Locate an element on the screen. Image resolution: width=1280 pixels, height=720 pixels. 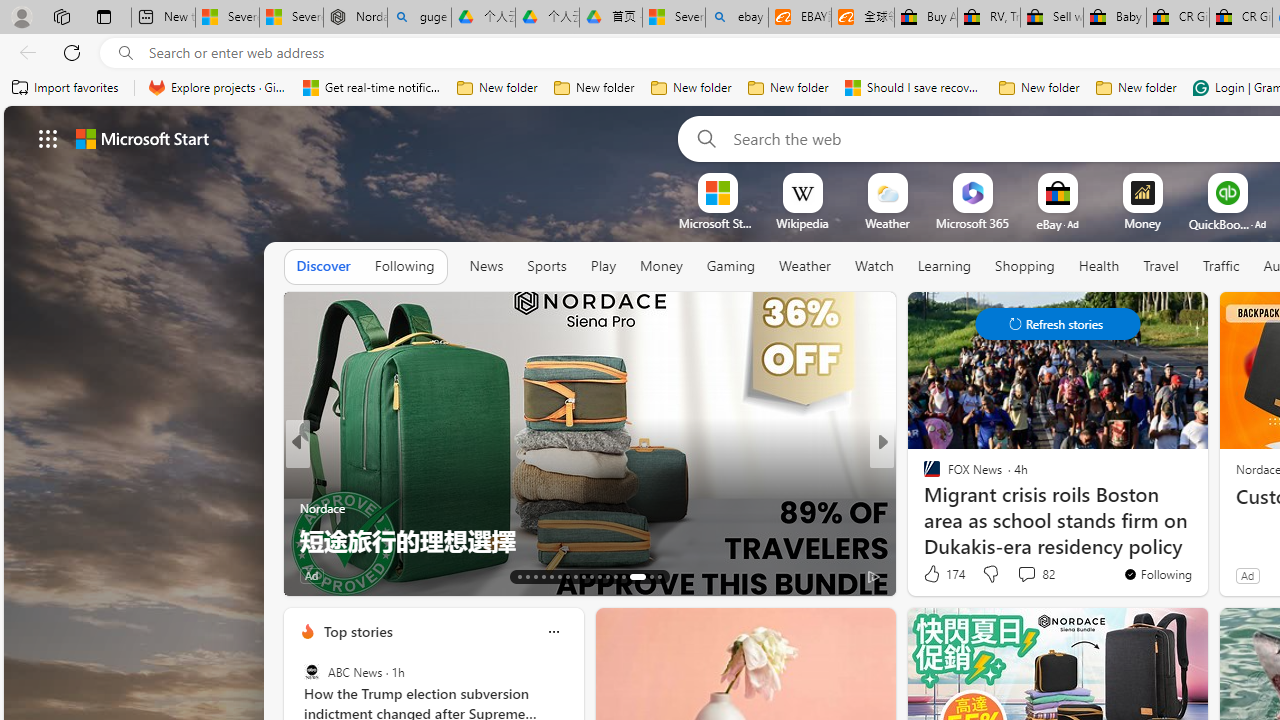
'Watch' is located at coordinates (874, 266).